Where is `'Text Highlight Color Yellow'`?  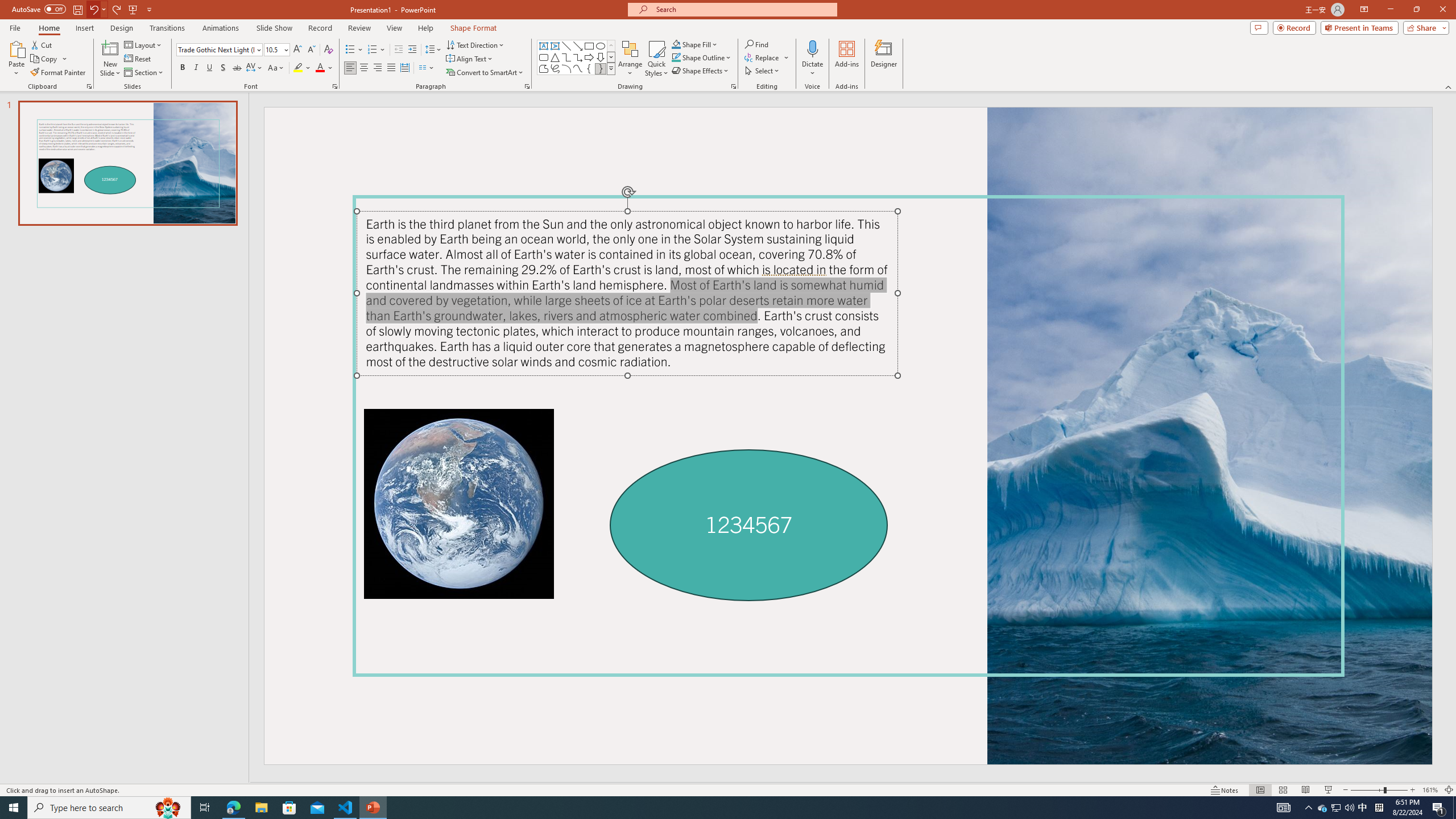 'Text Highlight Color Yellow' is located at coordinates (297, 67).